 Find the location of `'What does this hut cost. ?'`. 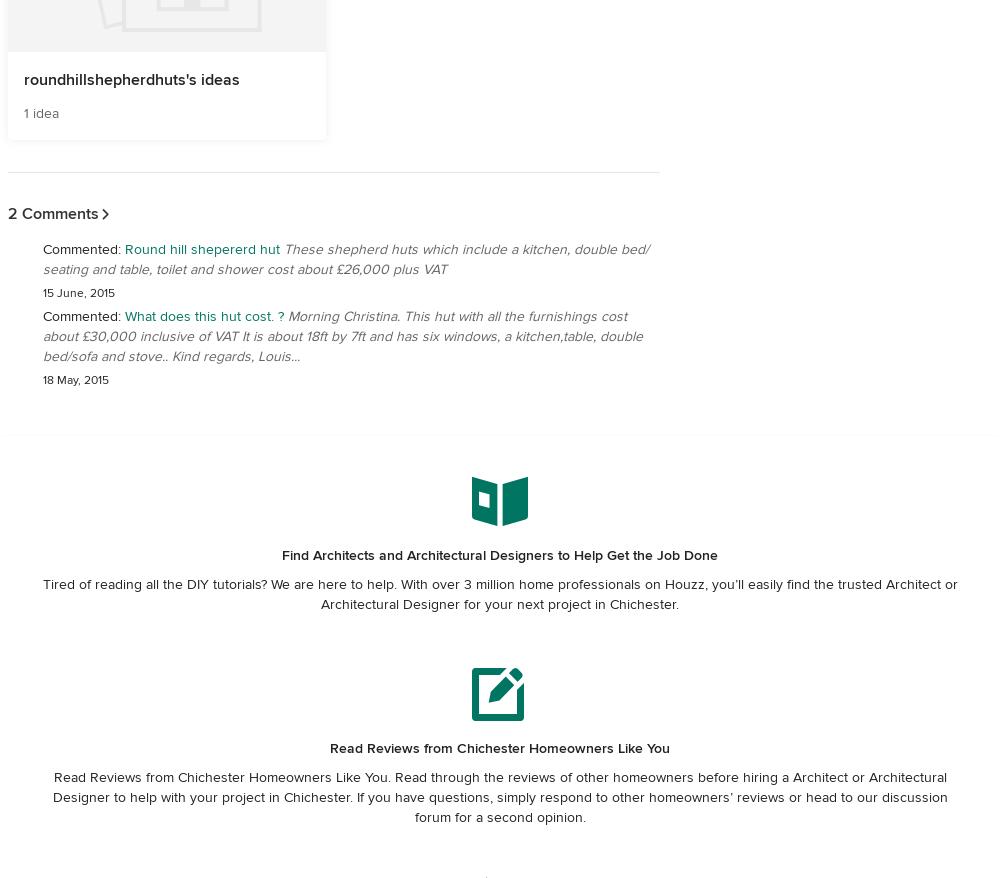

'What does this hut cost. ?' is located at coordinates (125, 316).